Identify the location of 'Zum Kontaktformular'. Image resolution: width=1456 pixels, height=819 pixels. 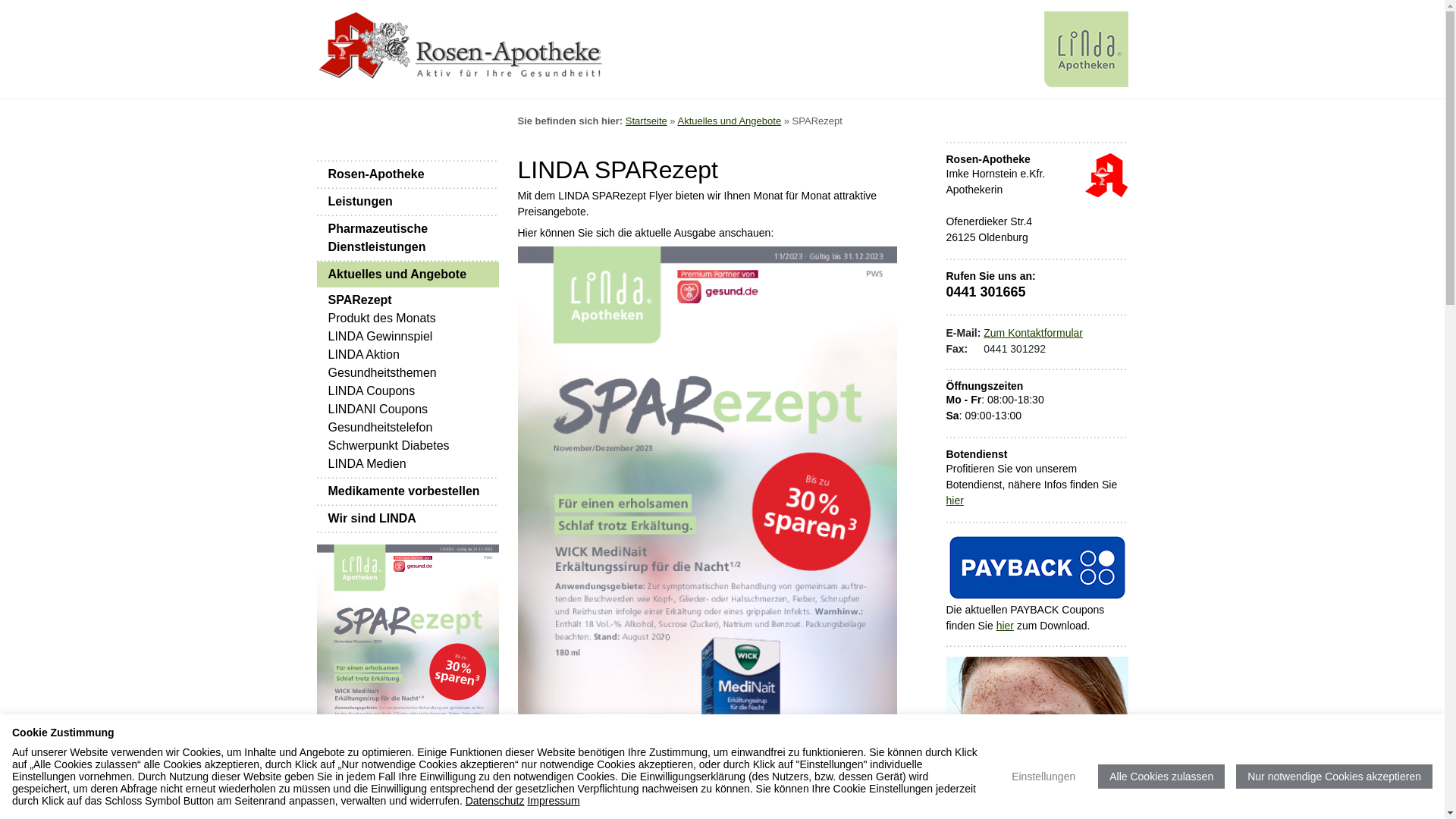
(1032, 332).